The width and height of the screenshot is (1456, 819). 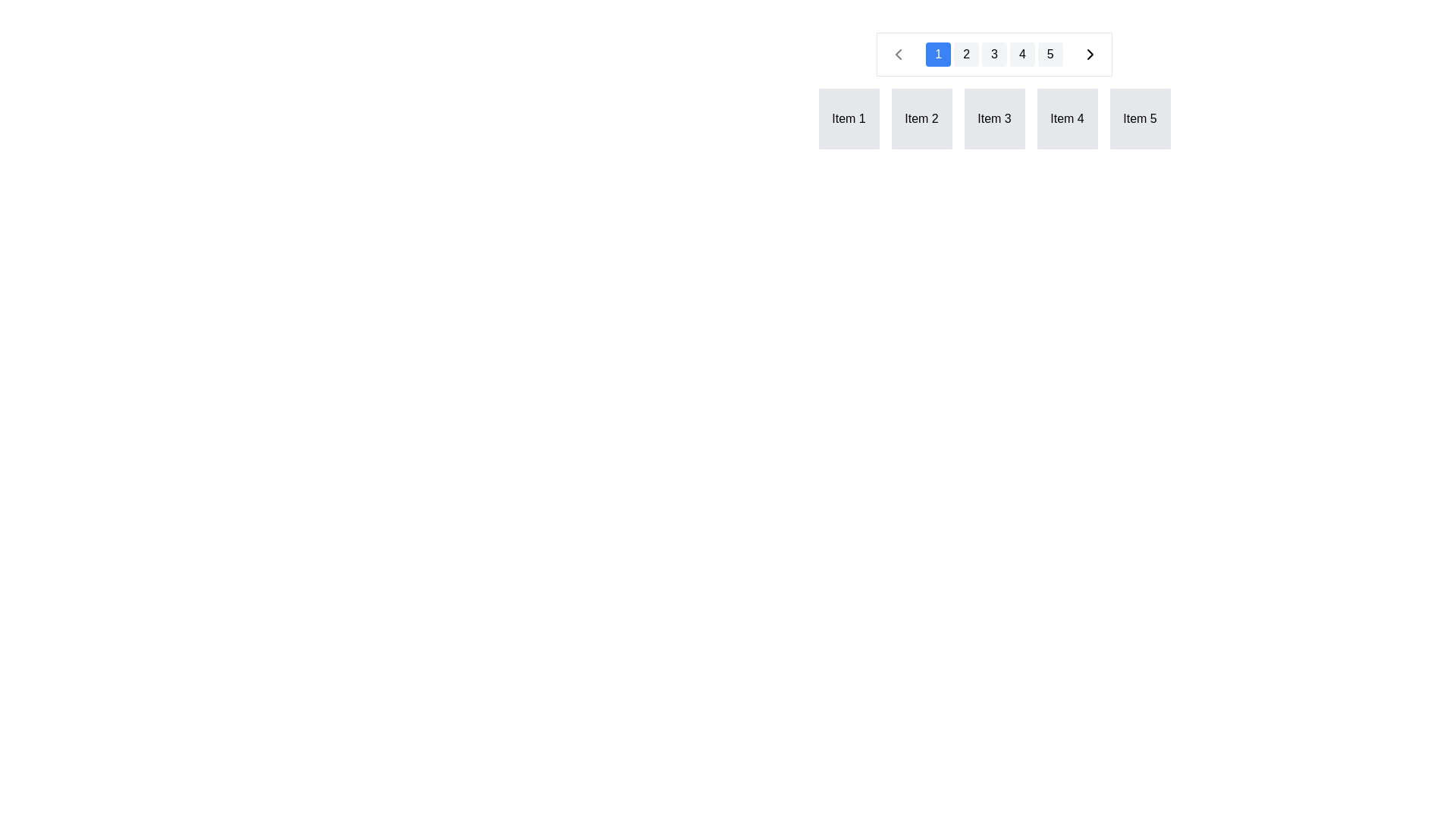 What do you see at coordinates (1022, 54) in the screenshot?
I see `the button labeled '4', which is a rectangular button with rounded corners and a light gray background, to change its color` at bounding box center [1022, 54].